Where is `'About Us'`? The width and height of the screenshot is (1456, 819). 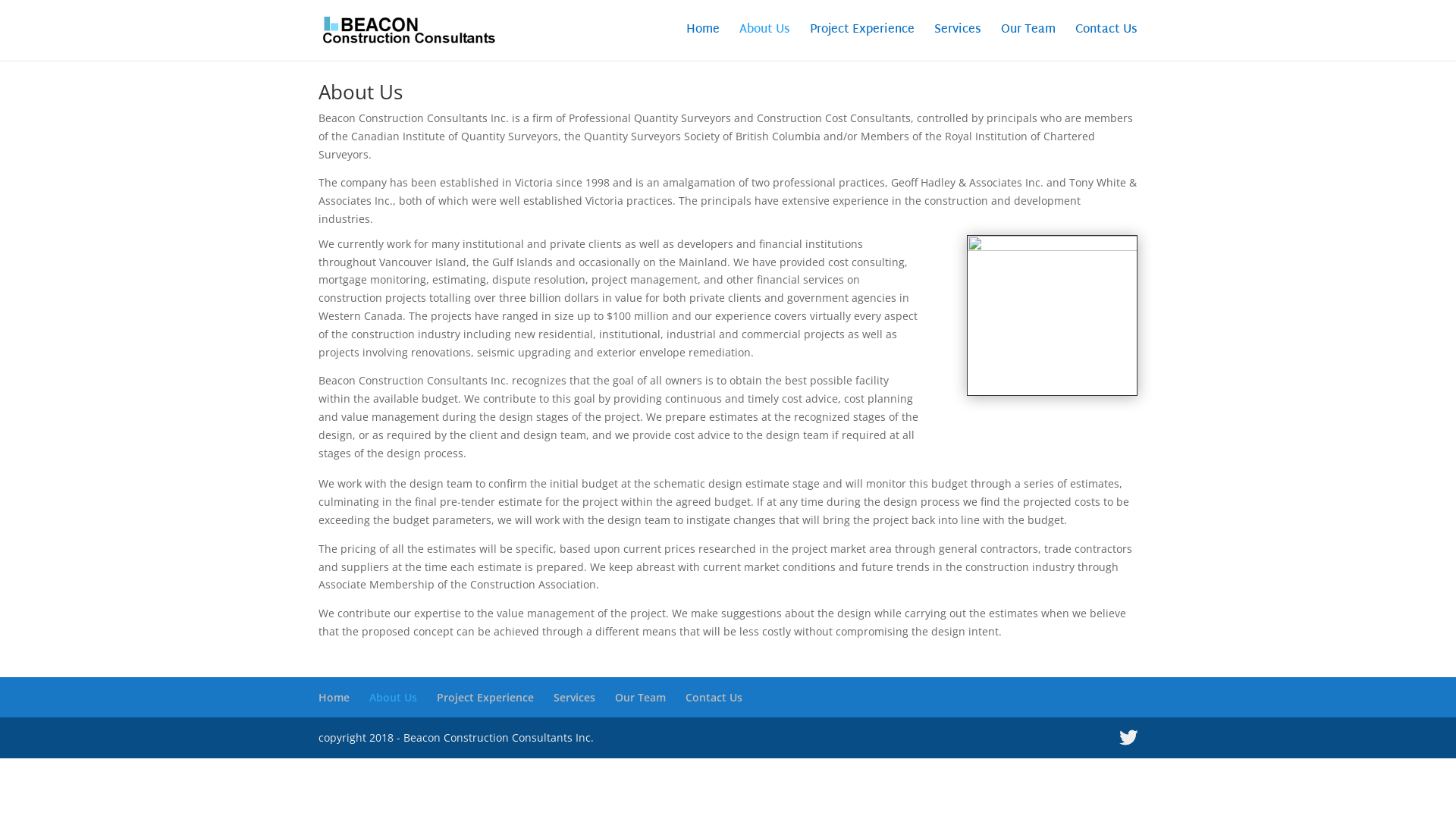
'About Us' is located at coordinates (393, 697).